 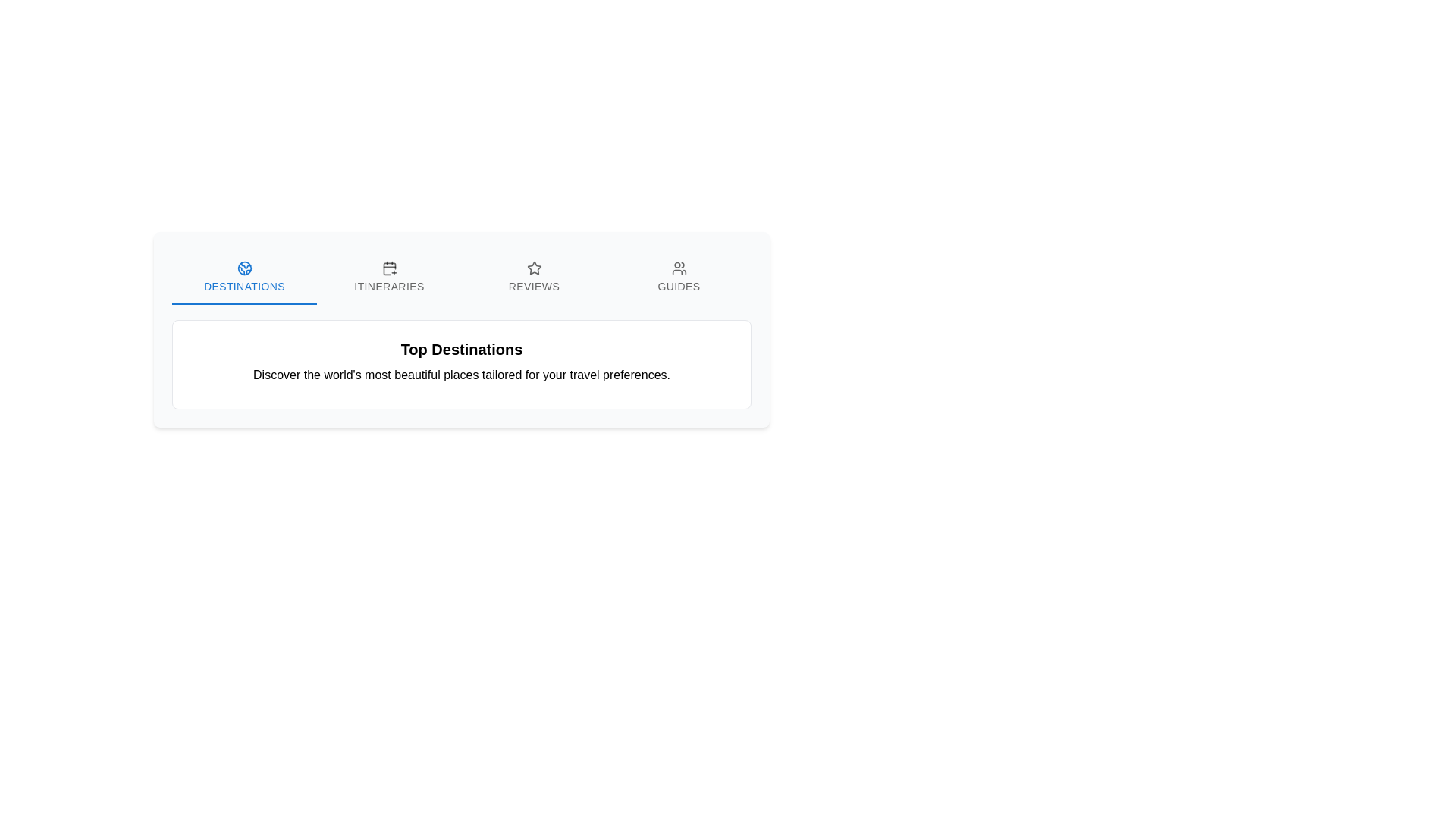 What do you see at coordinates (244, 278) in the screenshot?
I see `the 'Destinations' tab button` at bounding box center [244, 278].